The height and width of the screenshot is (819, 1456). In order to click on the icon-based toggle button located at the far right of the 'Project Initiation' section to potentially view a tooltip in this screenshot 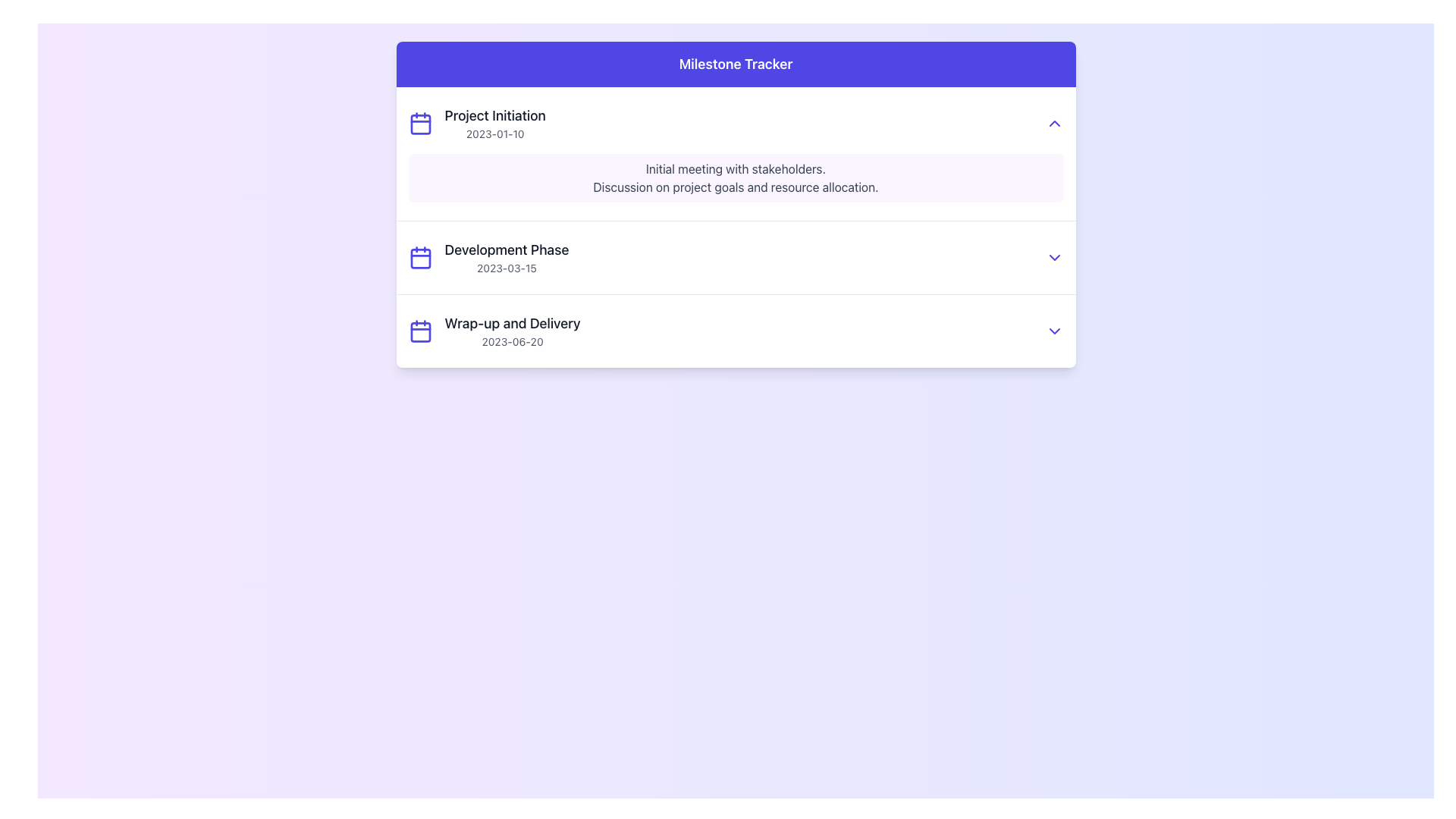, I will do `click(1053, 122)`.